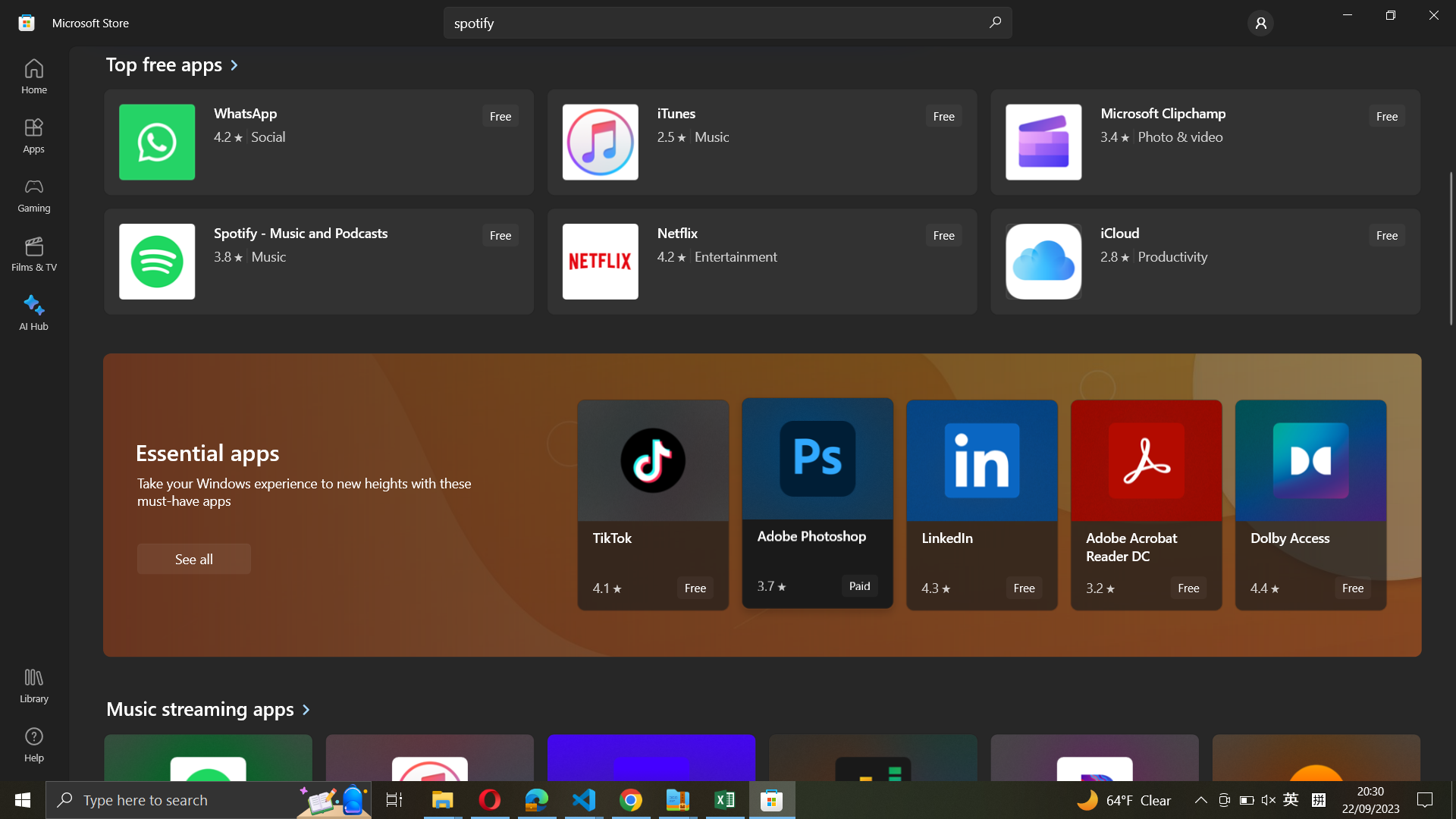  I want to click on View user account details, so click(1260, 22).